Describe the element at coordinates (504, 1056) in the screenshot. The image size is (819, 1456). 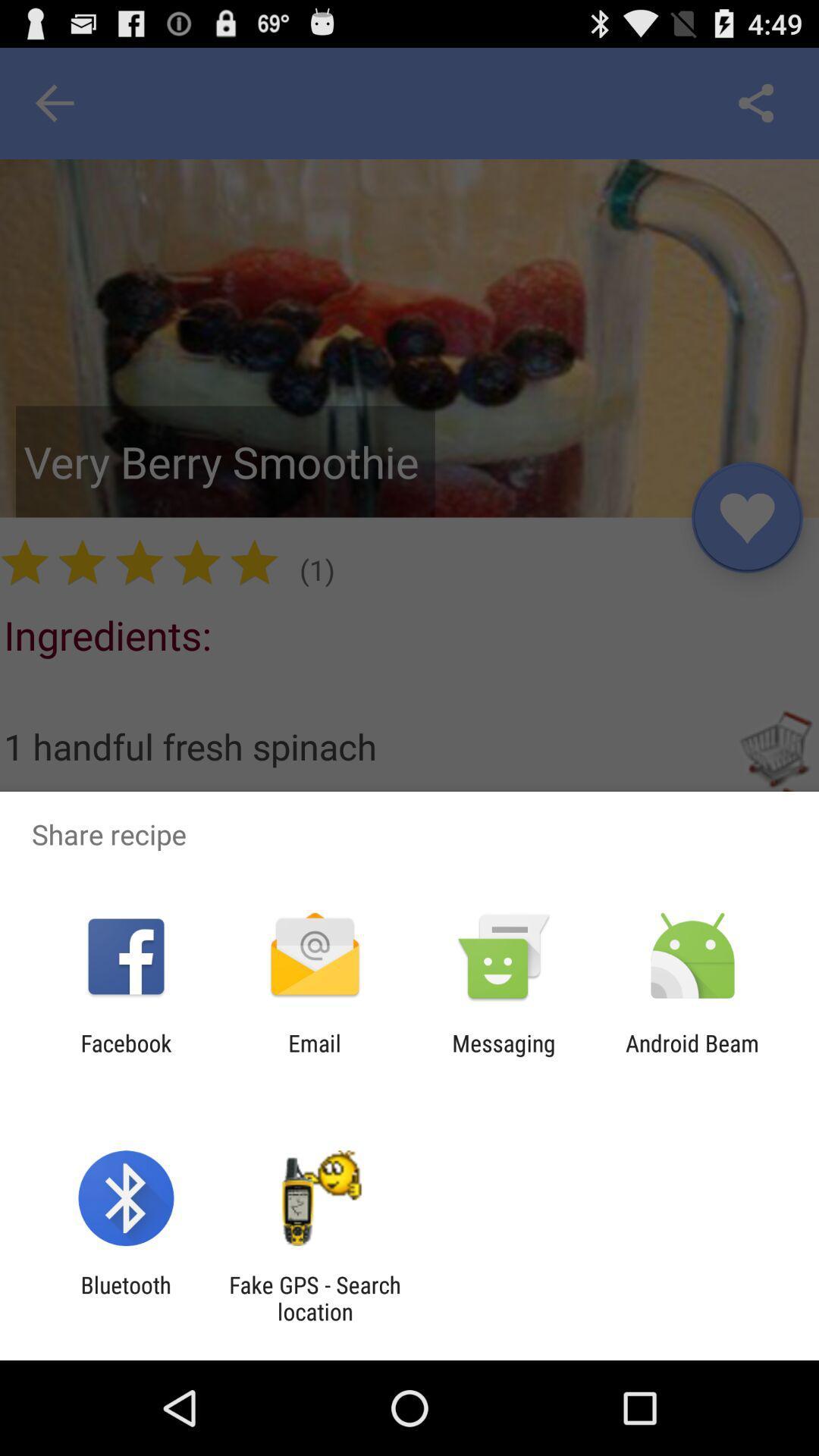
I see `messaging item` at that location.